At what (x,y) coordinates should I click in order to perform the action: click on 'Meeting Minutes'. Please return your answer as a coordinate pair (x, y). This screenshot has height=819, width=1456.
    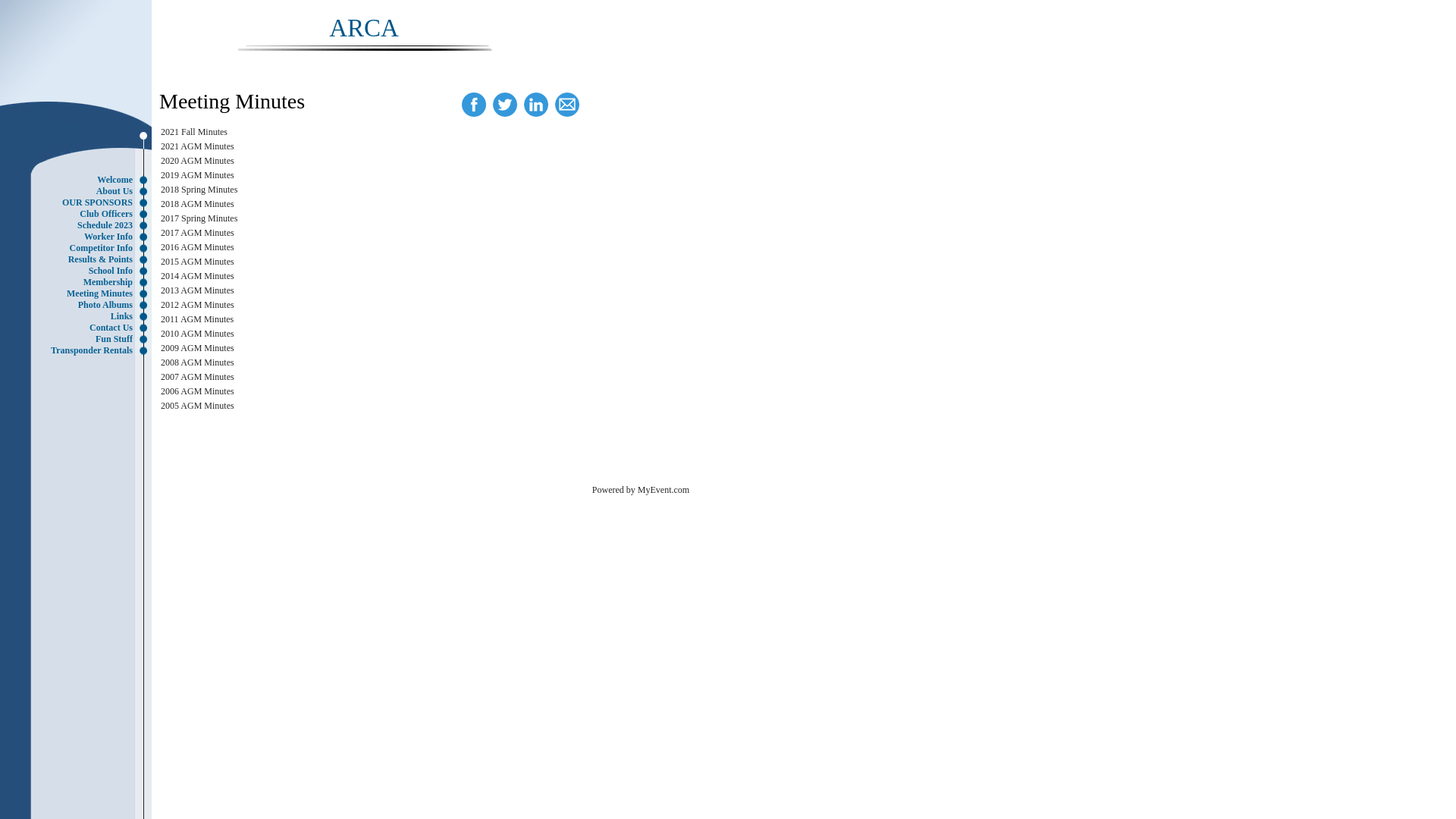
    Looking at the image, I should click on (79, 293).